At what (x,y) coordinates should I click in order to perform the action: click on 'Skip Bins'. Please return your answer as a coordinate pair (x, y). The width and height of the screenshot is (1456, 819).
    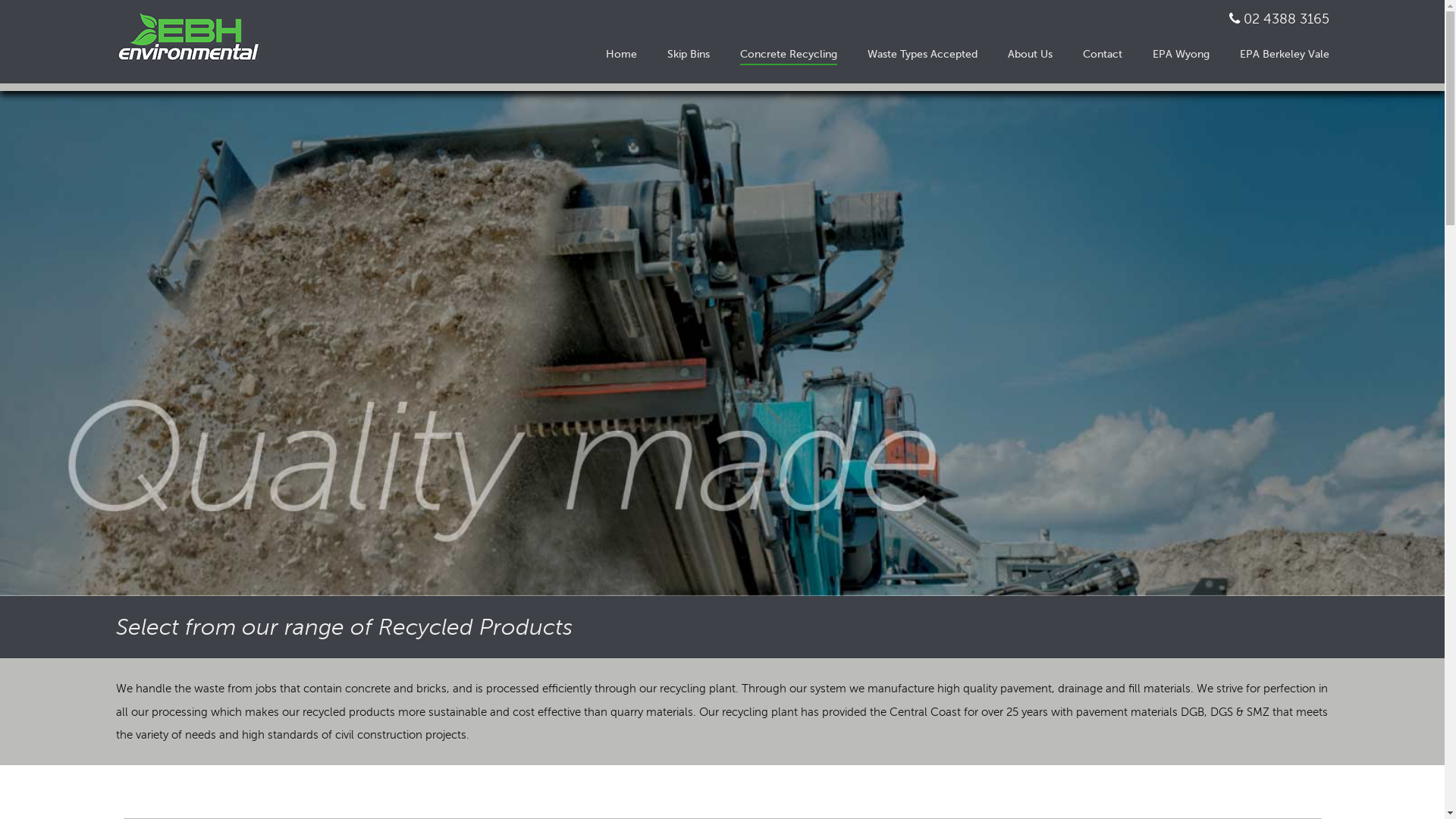
    Looking at the image, I should click on (667, 53).